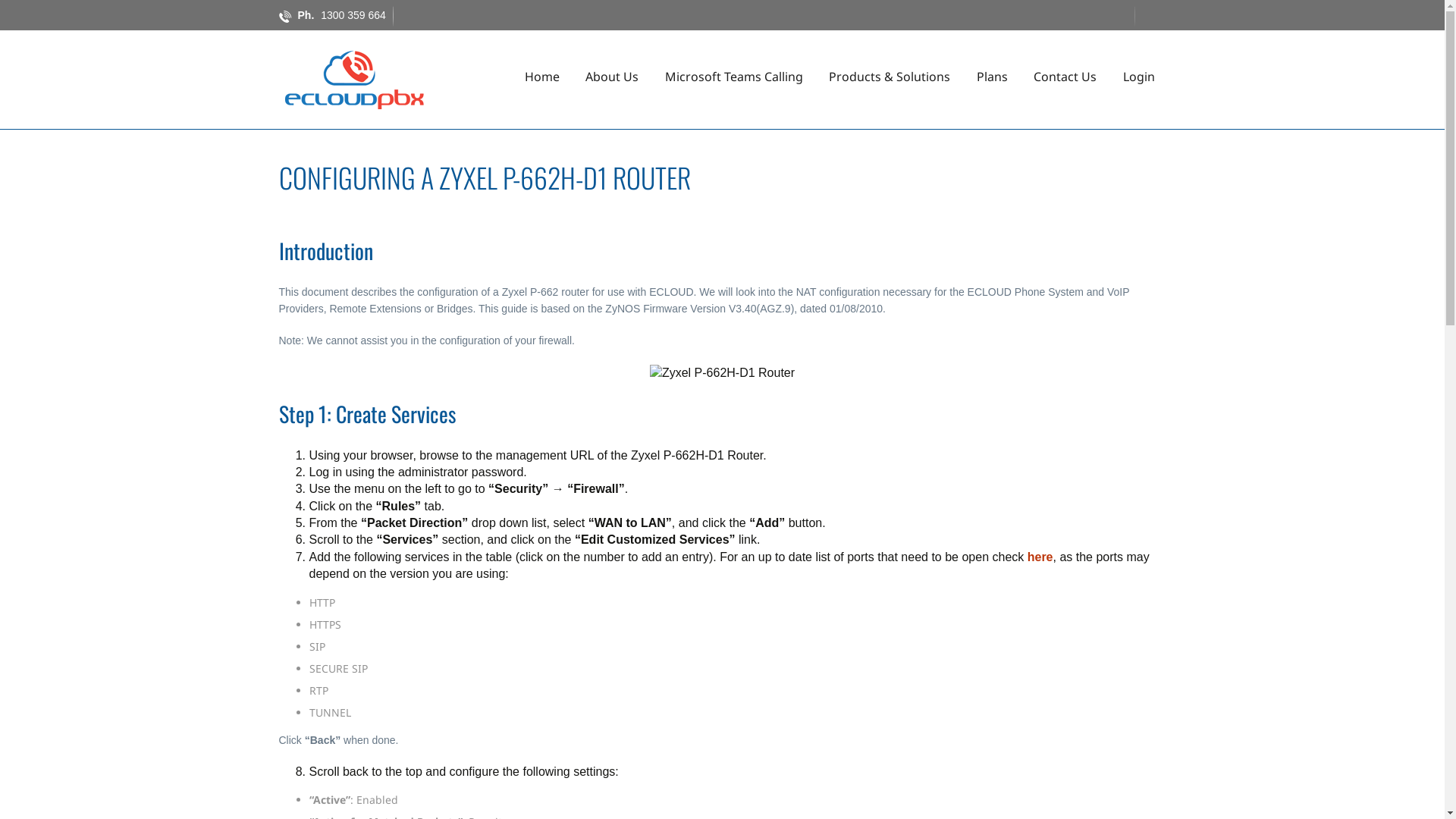 The image size is (1456, 819). Describe the element at coordinates (964, 76) in the screenshot. I see `'Plans'` at that location.